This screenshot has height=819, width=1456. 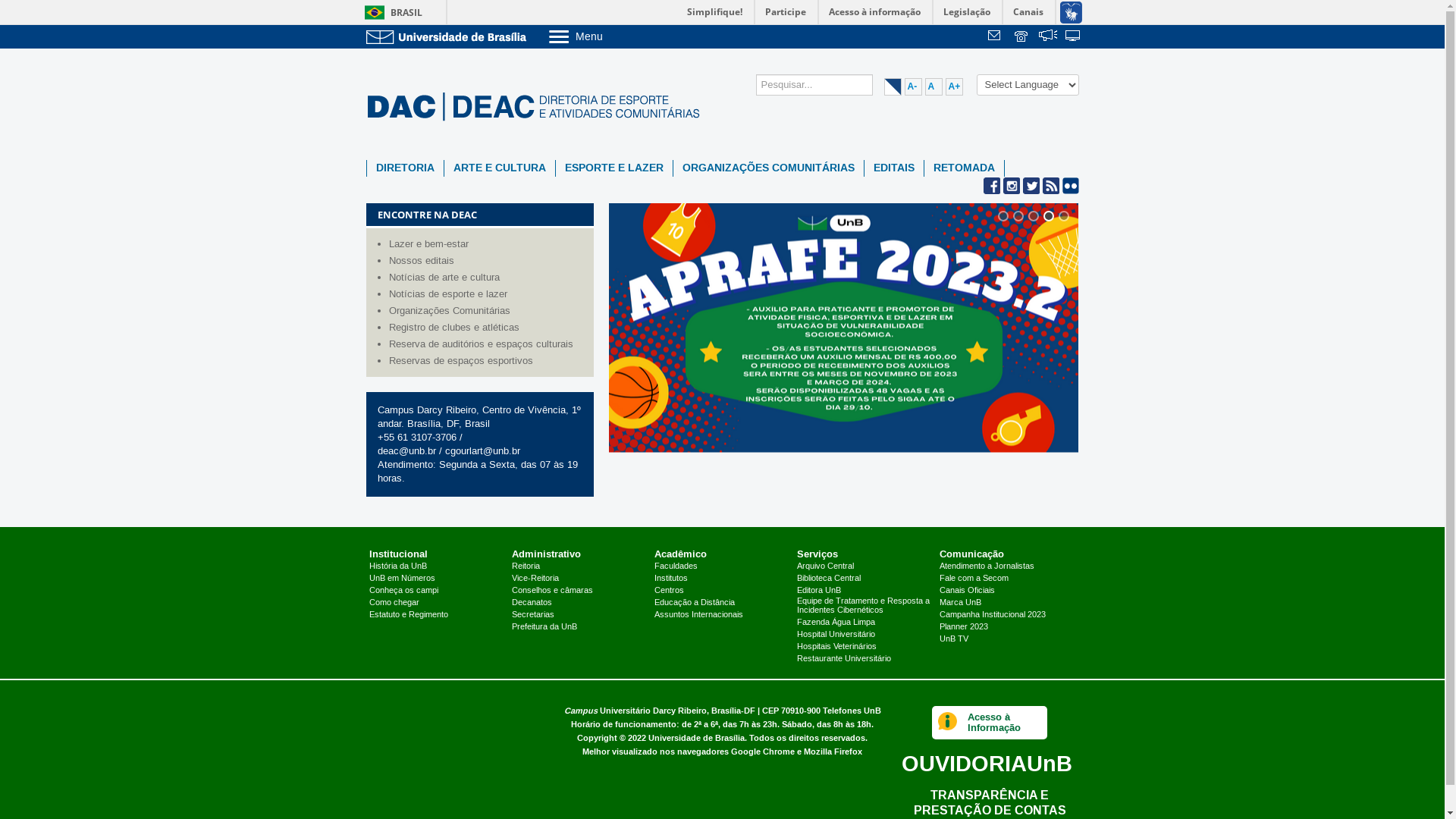 I want to click on 'Nossos editais', so click(x=487, y=259).